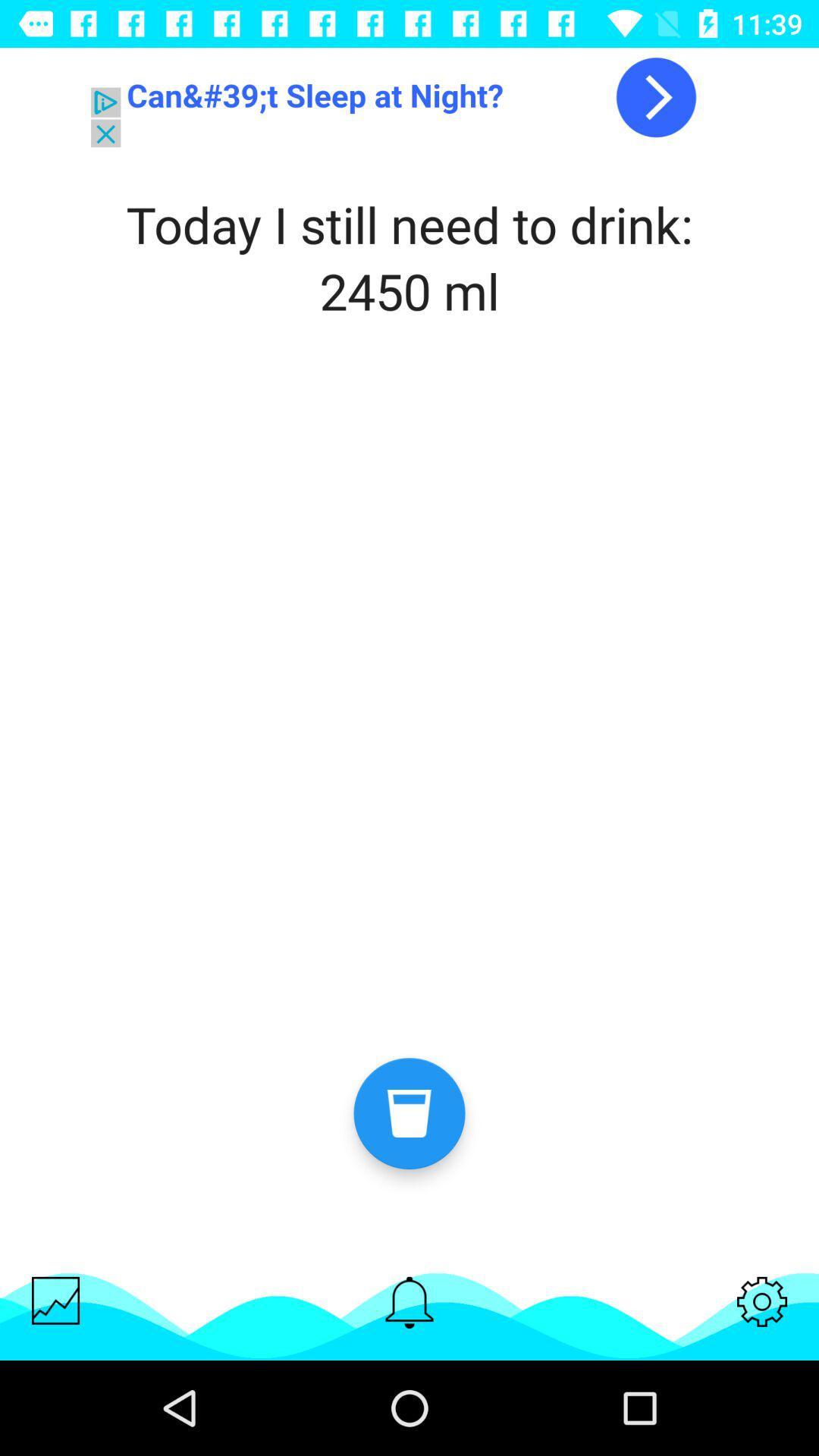  I want to click on settings, so click(762, 1301).